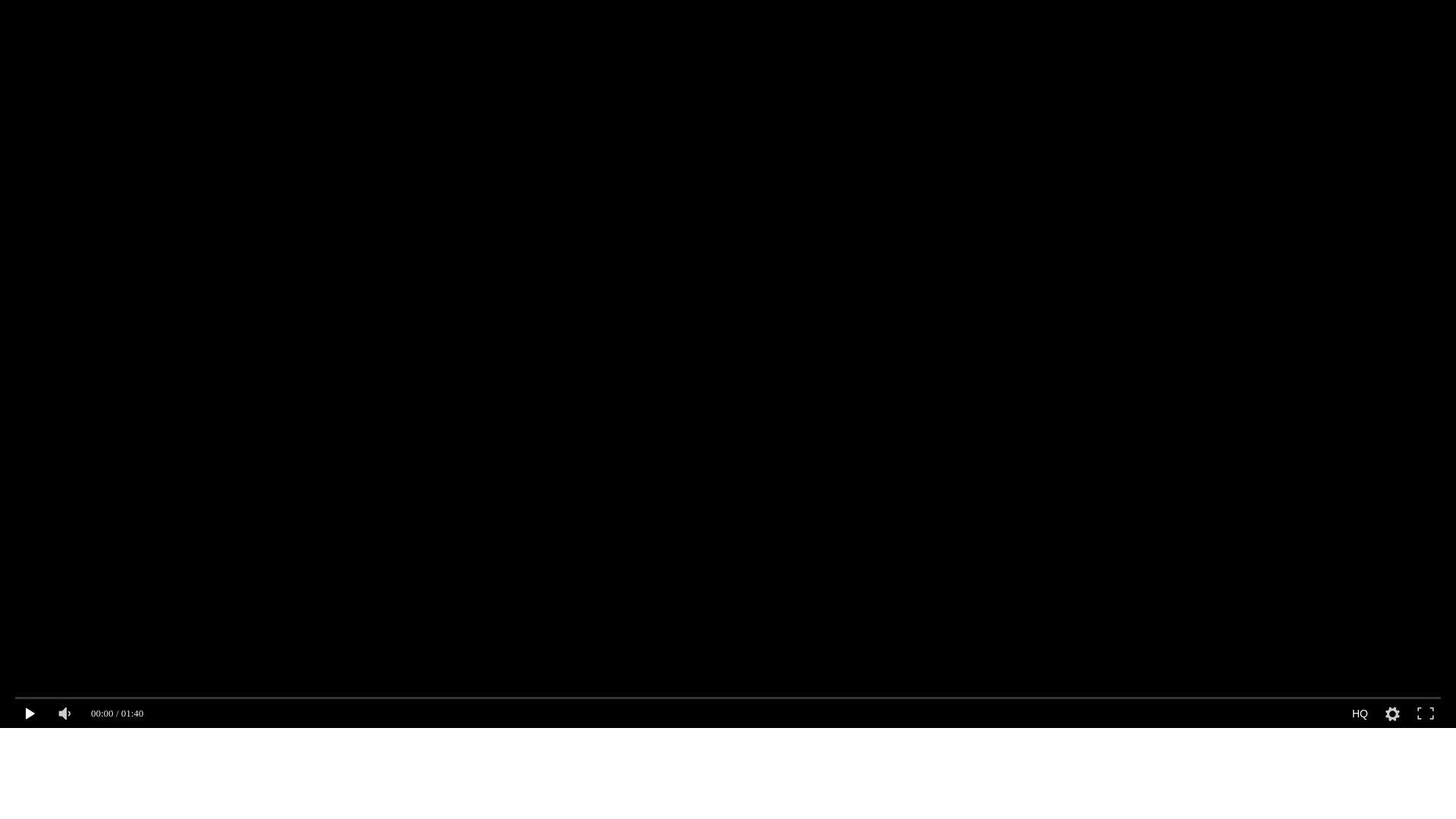 The width and height of the screenshot is (1456, 819). I want to click on 'HQ', so click(1360, 714).